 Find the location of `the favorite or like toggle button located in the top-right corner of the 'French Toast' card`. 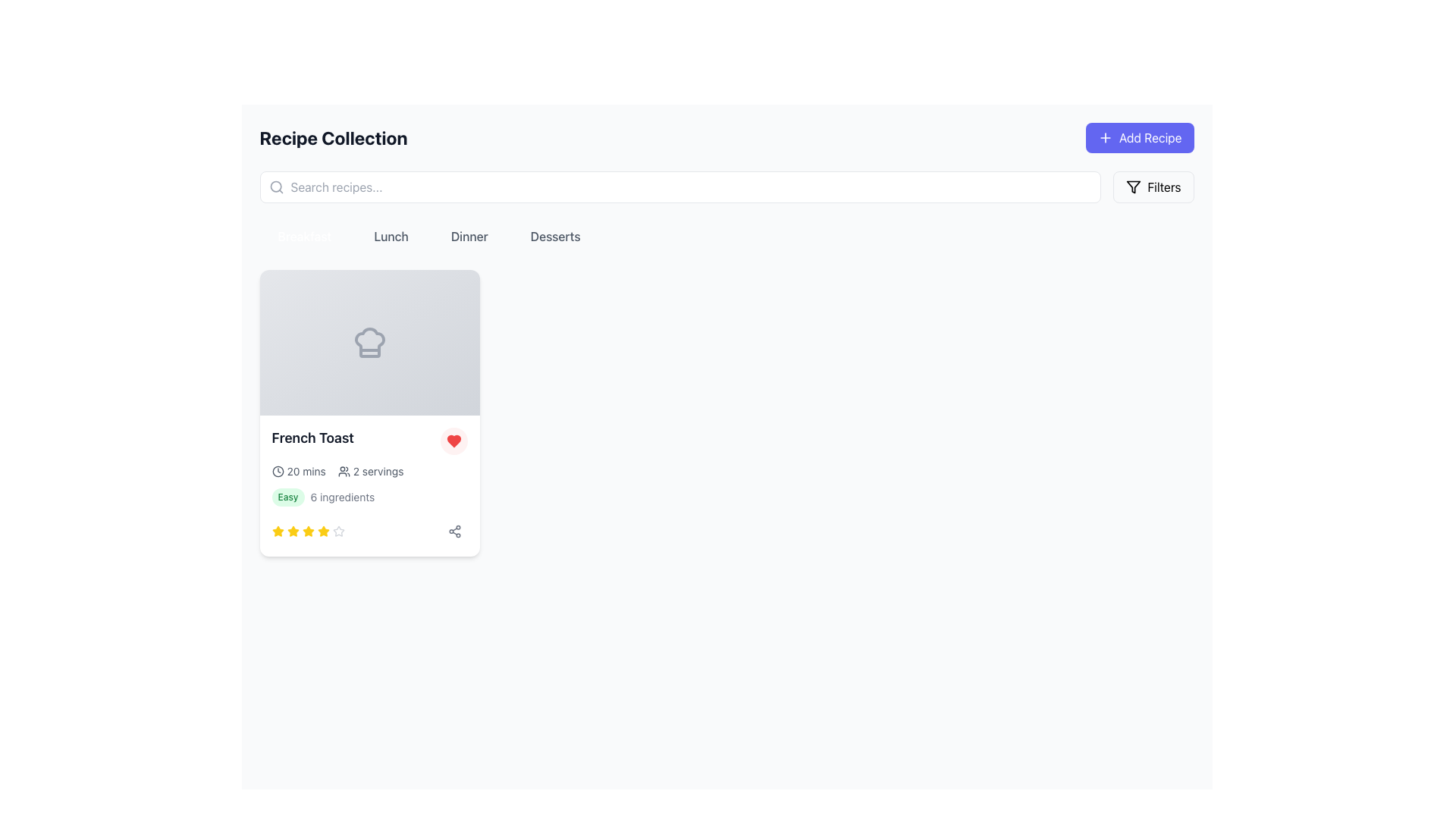

the favorite or like toggle button located in the top-right corner of the 'French Toast' card is located at coordinates (453, 441).